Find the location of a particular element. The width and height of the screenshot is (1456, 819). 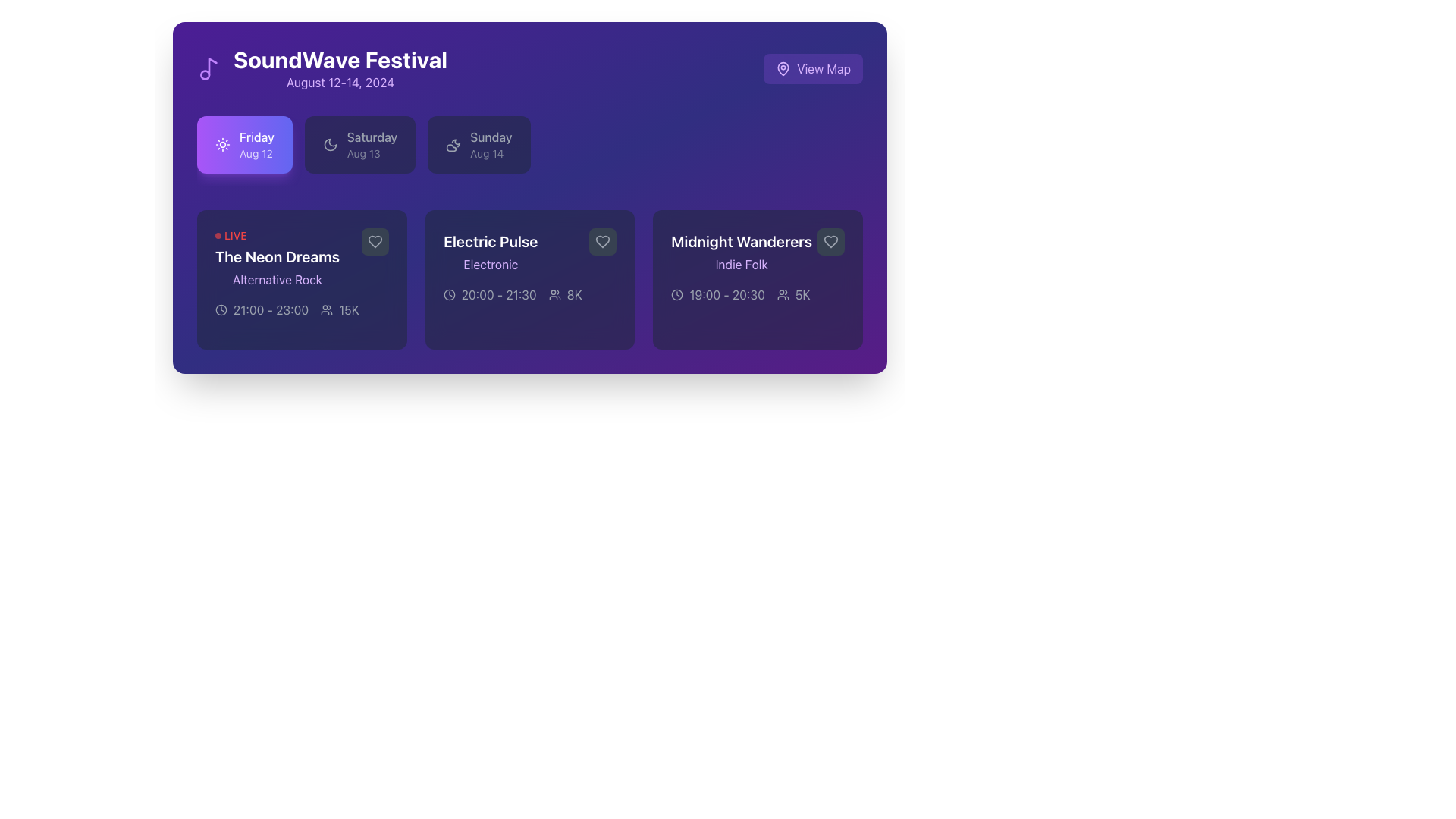

the event name is located at coordinates (278, 256).